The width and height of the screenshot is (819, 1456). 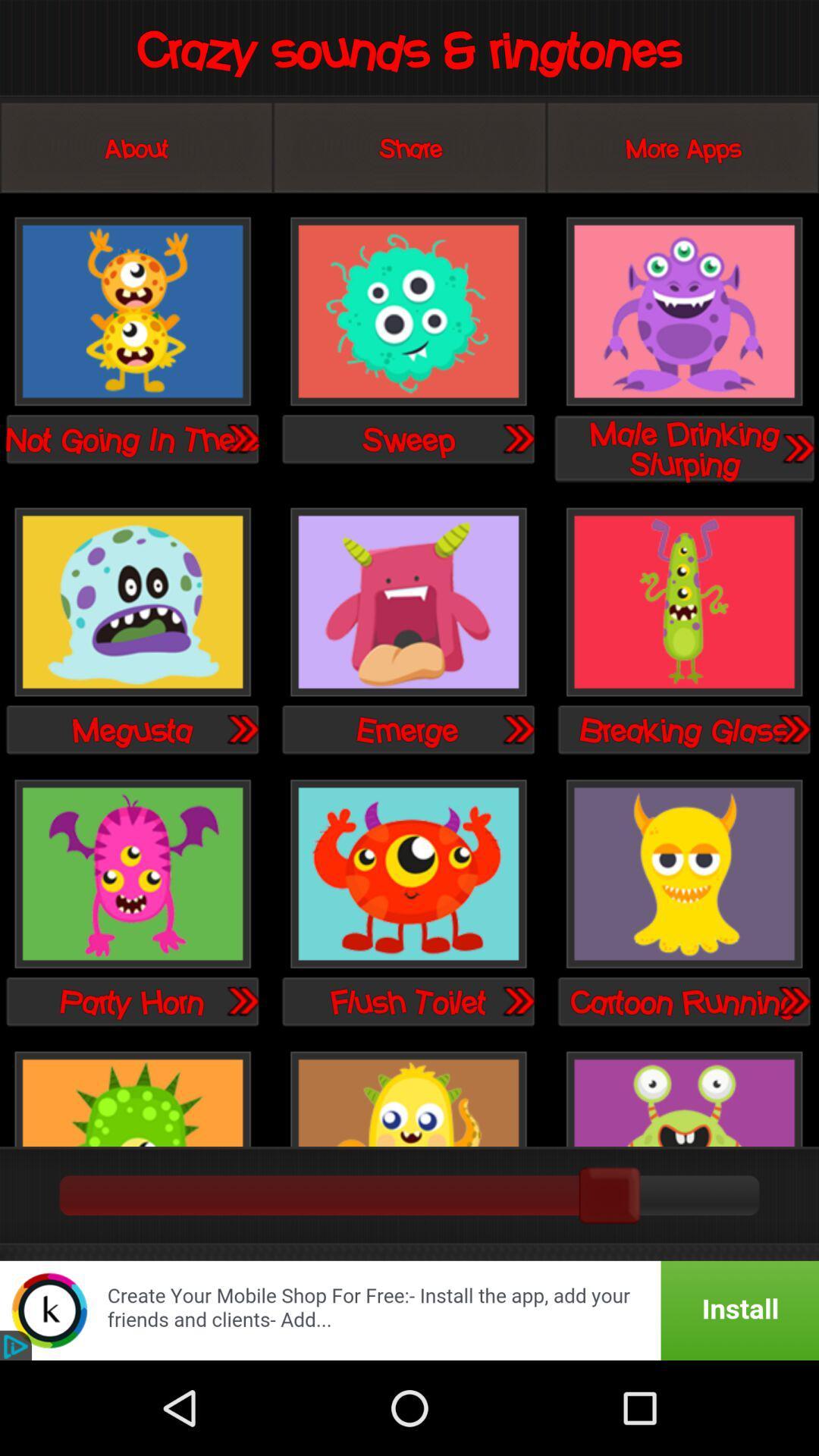 What do you see at coordinates (517, 438) in the screenshot?
I see `forward option` at bounding box center [517, 438].